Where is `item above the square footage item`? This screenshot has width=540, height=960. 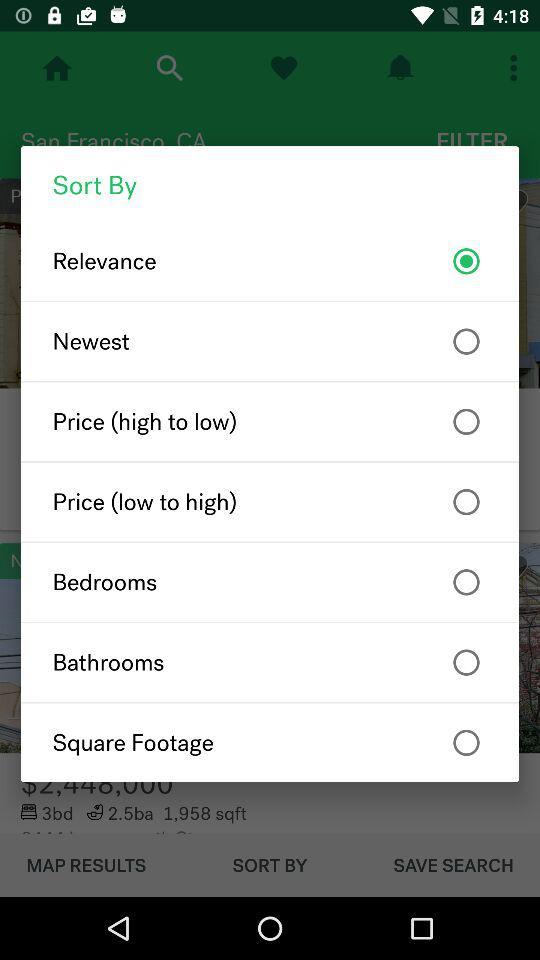 item above the square footage item is located at coordinates (270, 662).